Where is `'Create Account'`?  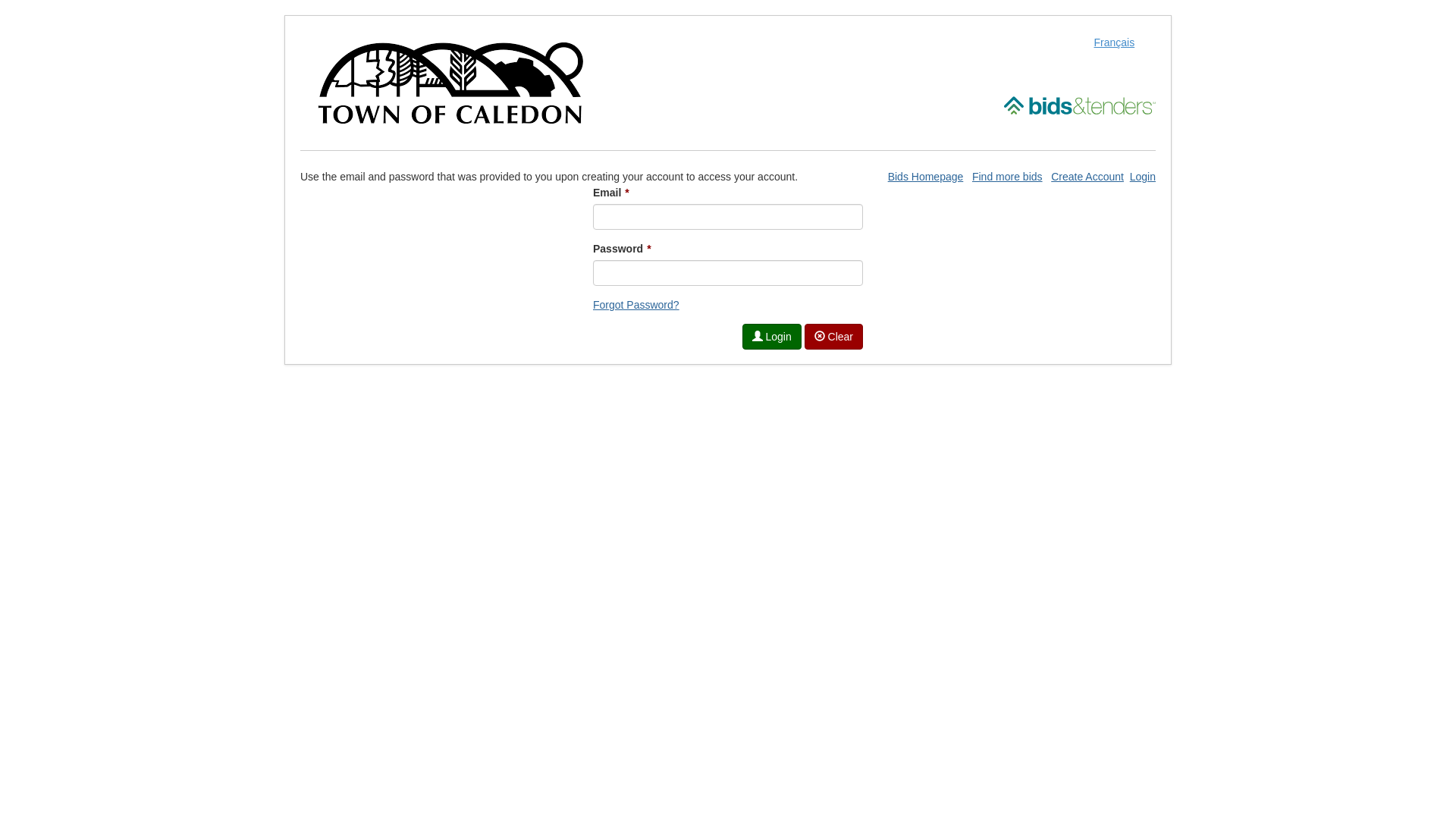
'Create Account' is located at coordinates (1087, 175).